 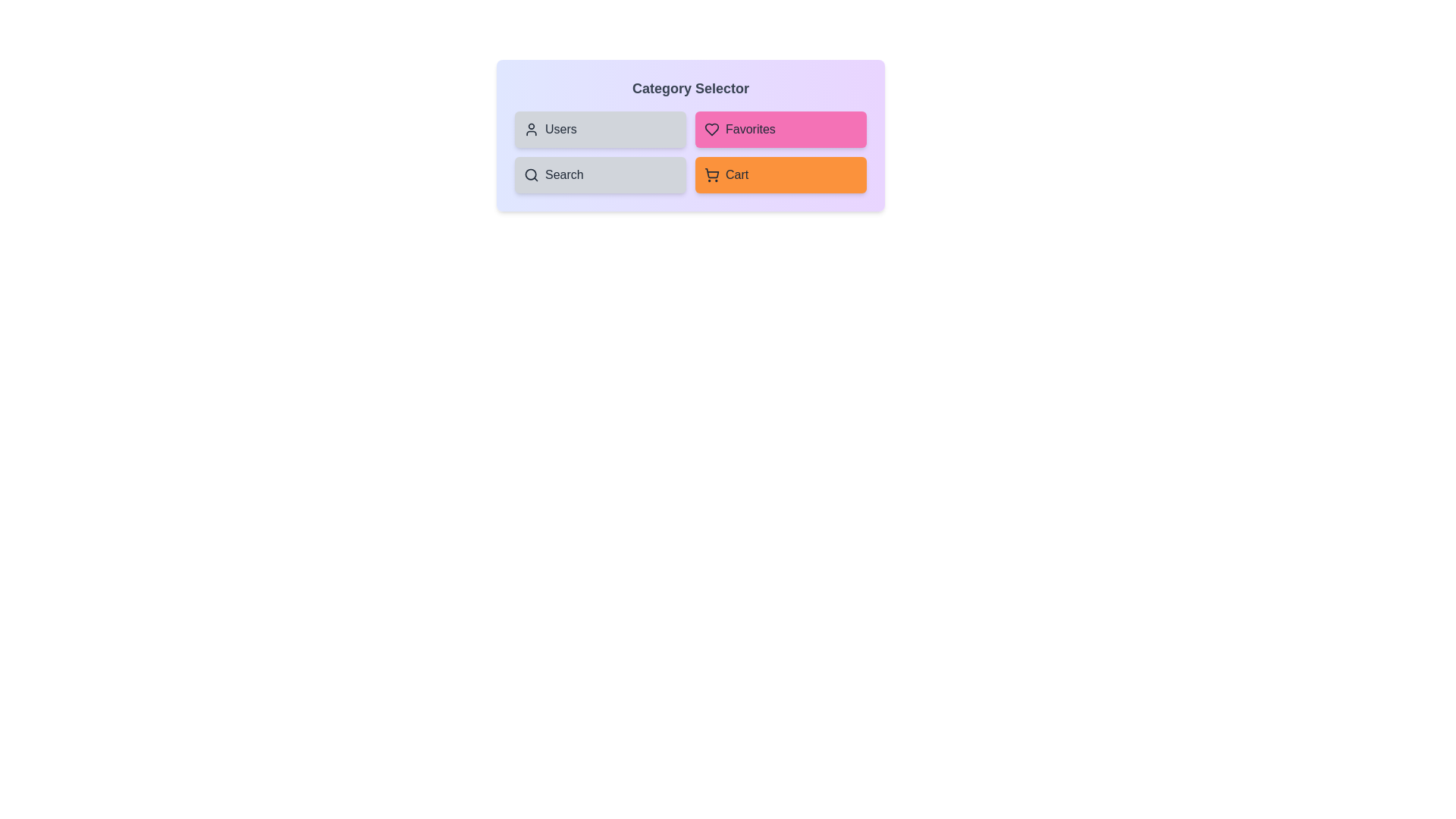 I want to click on the 'Favorites' category to toggle its state, so click(x=781, y=128).